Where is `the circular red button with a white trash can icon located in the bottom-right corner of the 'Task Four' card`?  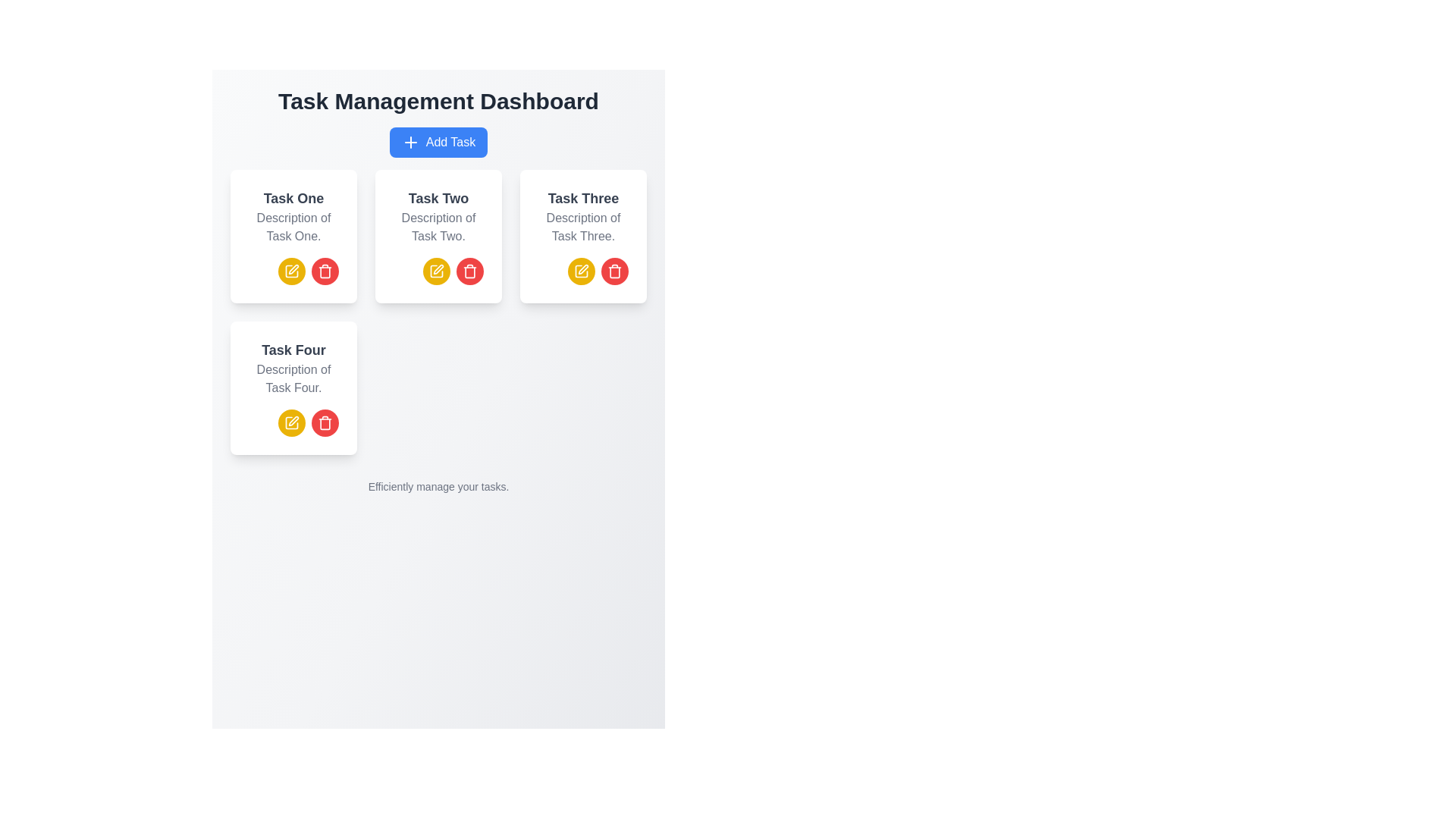 the circular red button with a white trash can icon located in the bottom-right corner of the 'Task Four' card is located at coordinates (324, 423).